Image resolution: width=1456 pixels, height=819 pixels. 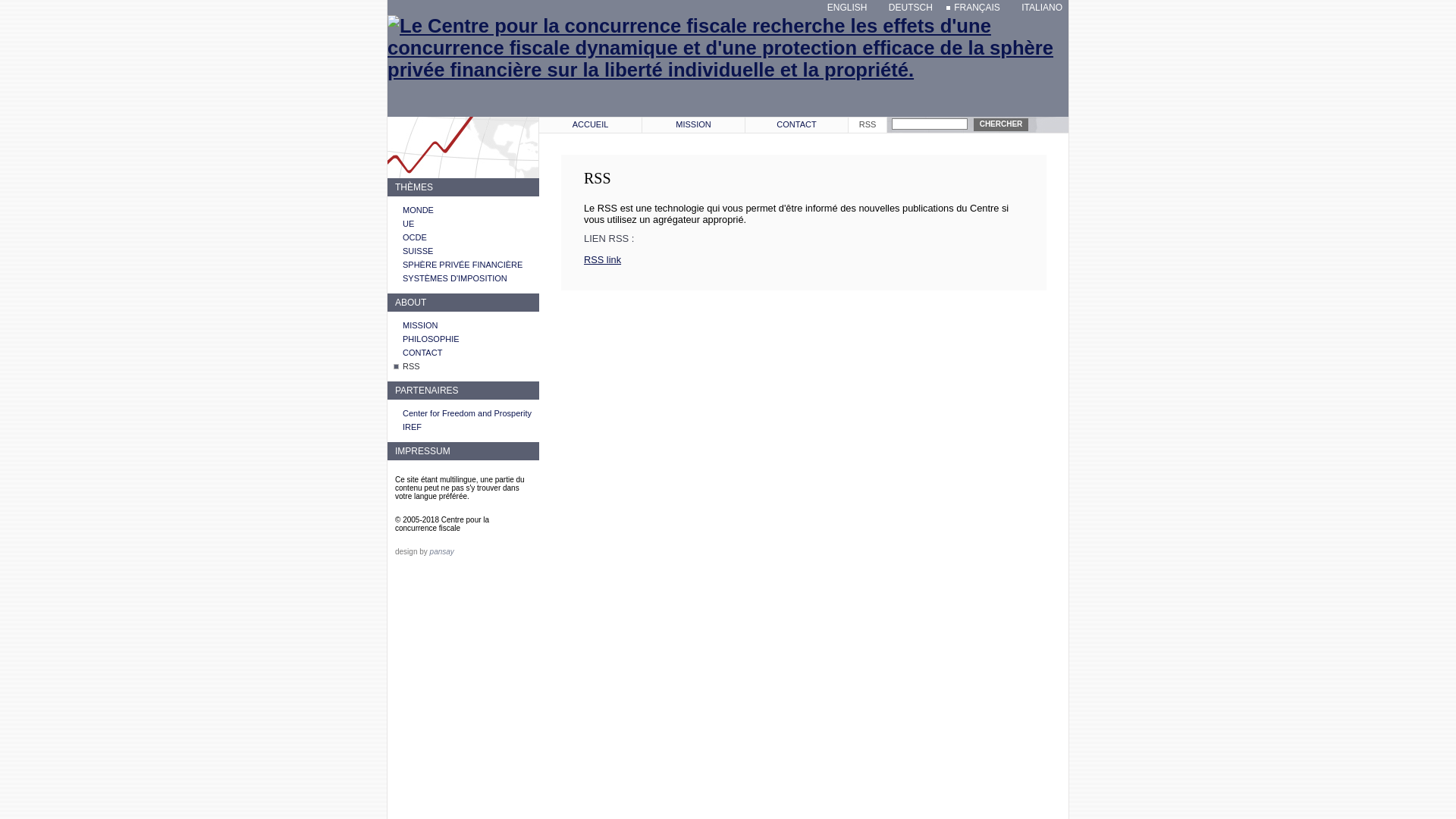 What do you see at coordinates (843, 8) in the screenshot?
I see `'ENGLISH'` at bounding box center [843, 8].